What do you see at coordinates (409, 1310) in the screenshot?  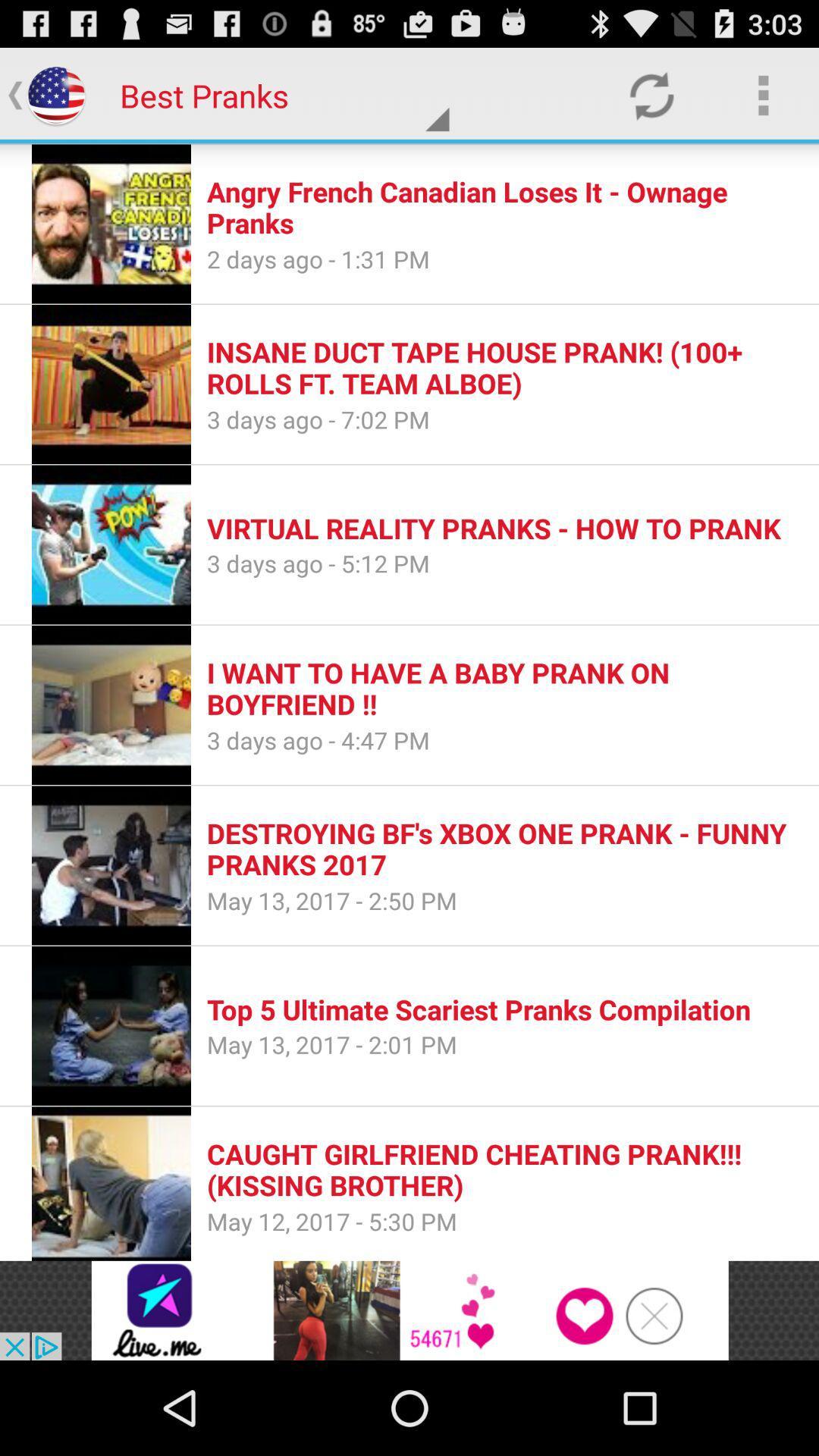 I see `advertisement from outside source` at bounding box center [409, 1310].